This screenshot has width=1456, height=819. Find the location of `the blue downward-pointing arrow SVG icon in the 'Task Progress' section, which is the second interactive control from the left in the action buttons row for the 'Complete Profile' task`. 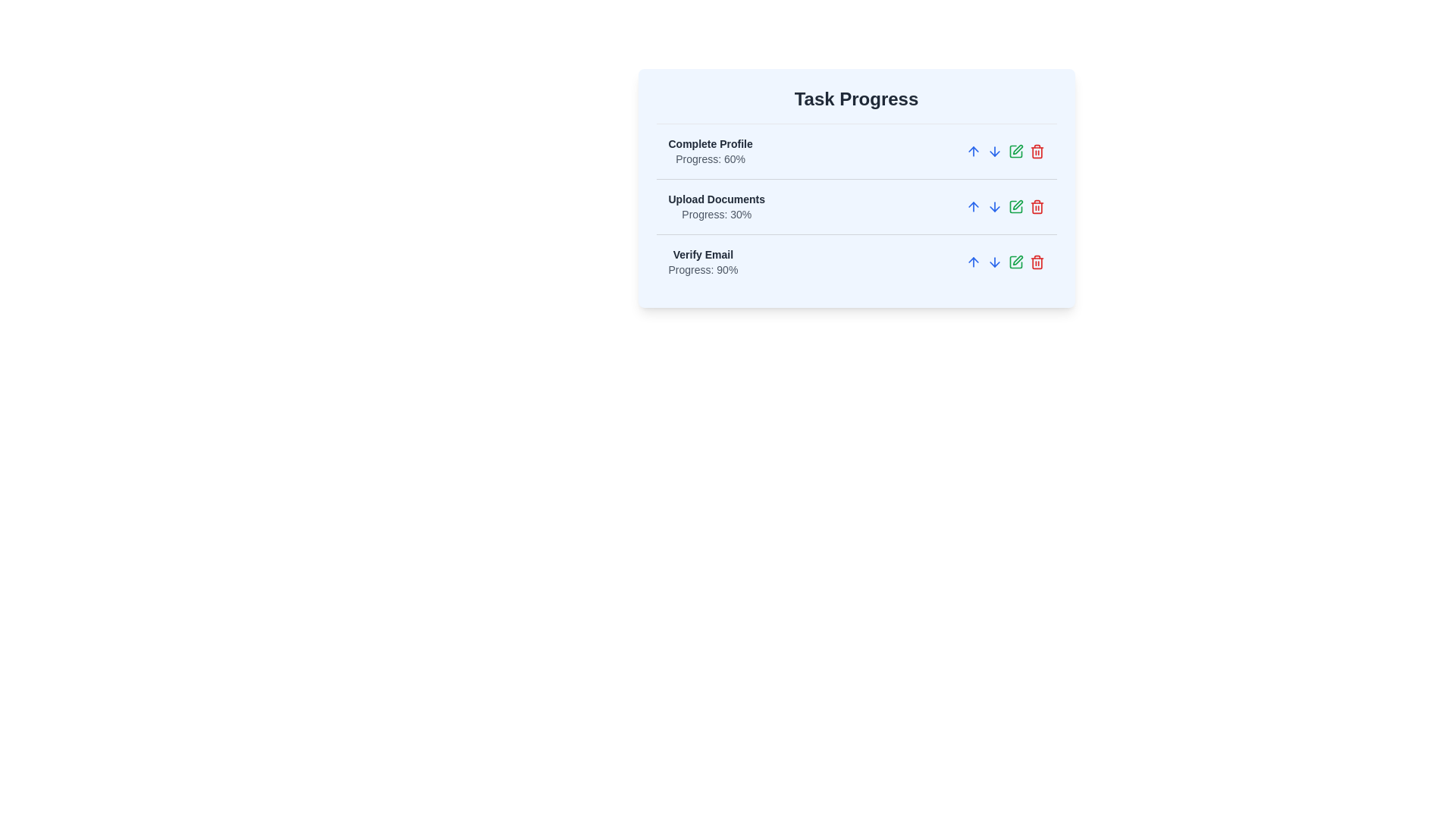

the blue downward-pointing arrow SVG icon in the 'Task Progress' section, which is the second interactive control from the left in the action buttons row for the 'Complete Profile' task is located at coordinates (994, 152).